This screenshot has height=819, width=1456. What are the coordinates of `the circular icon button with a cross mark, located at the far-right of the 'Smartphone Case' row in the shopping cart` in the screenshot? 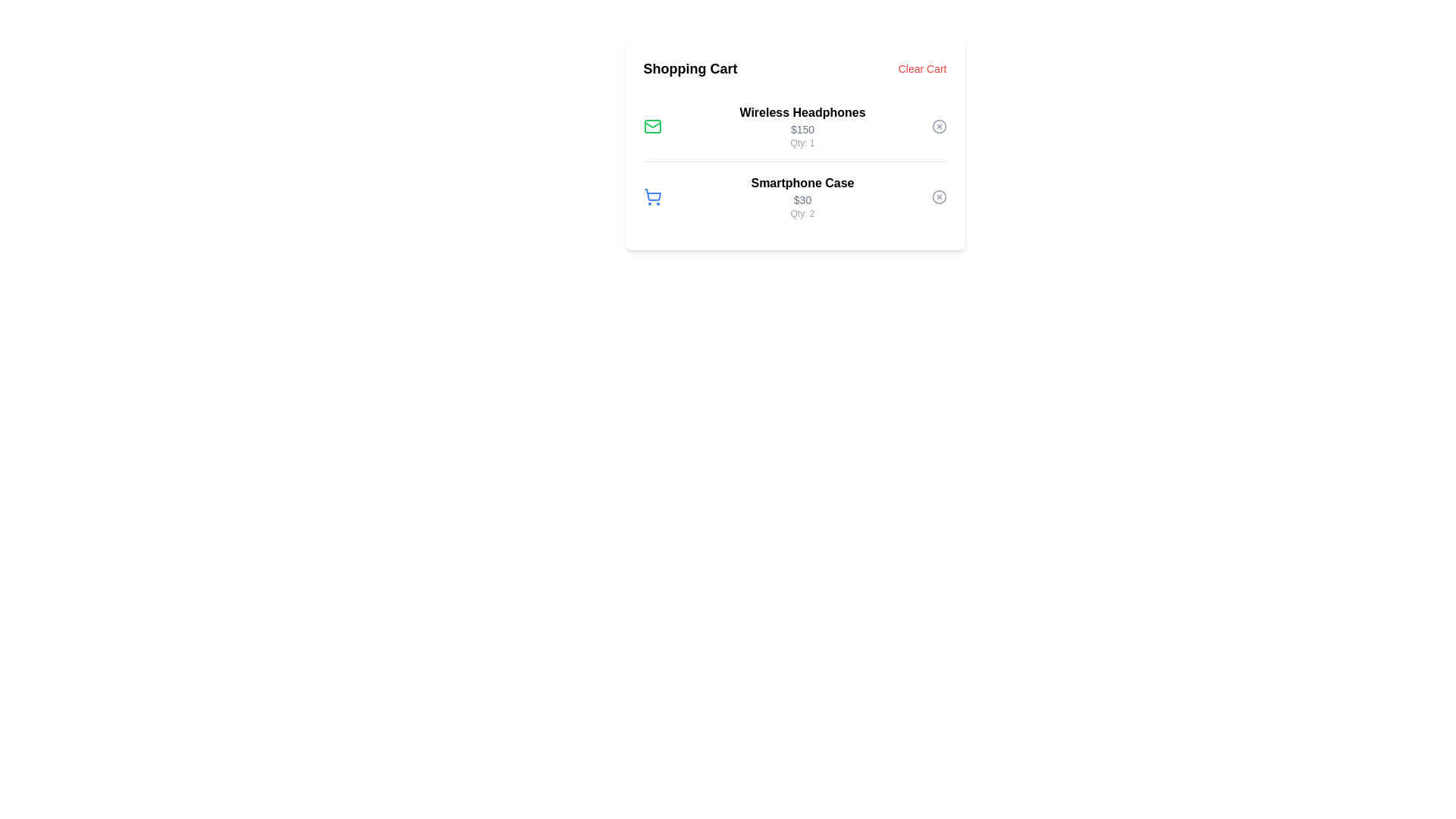 It's located at (938, 196).